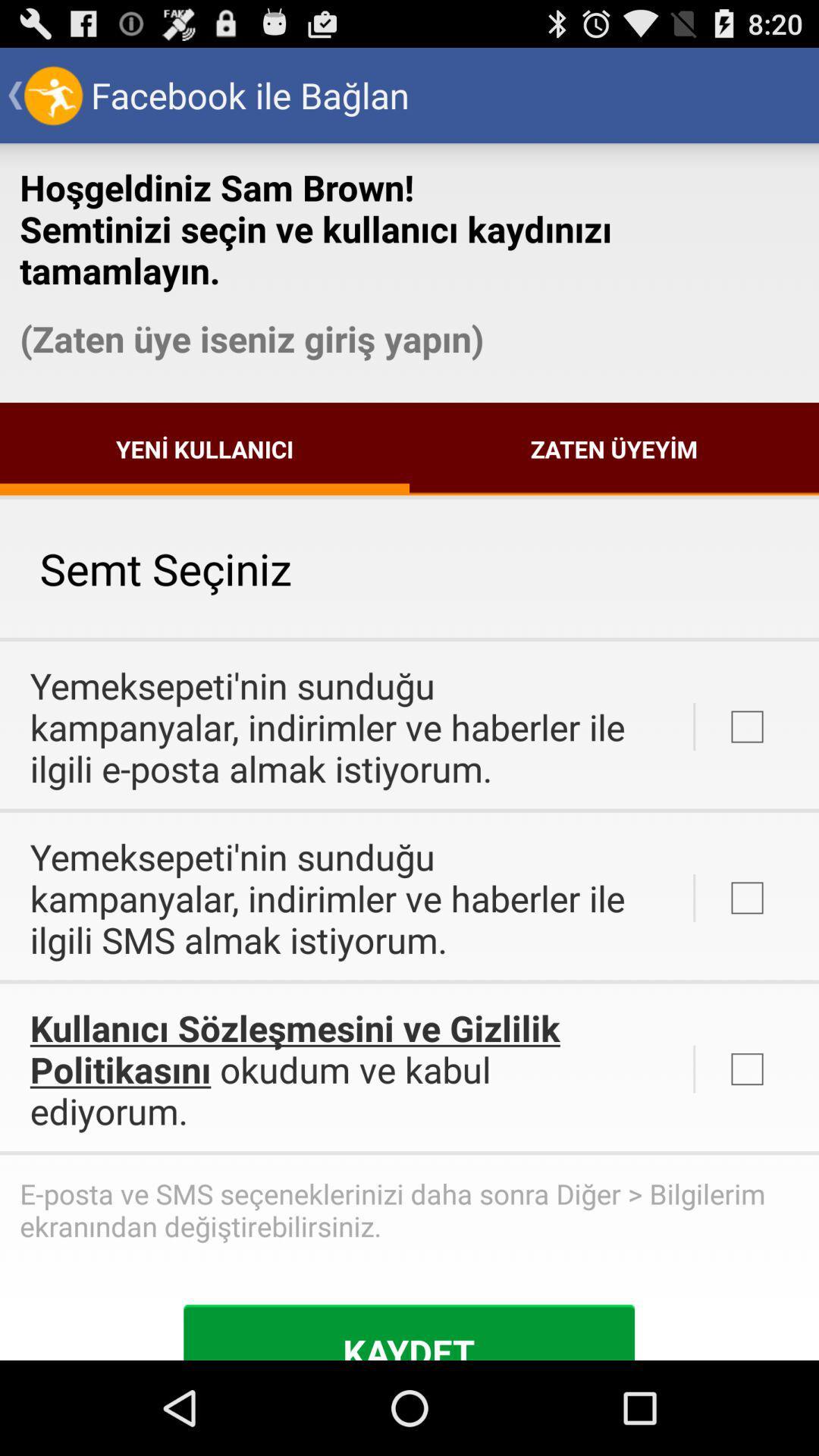 The width and height of the screenshot is (819, 1456). I want to click on the button which is in the third row from the text semt seciniz, so click(767, 898).